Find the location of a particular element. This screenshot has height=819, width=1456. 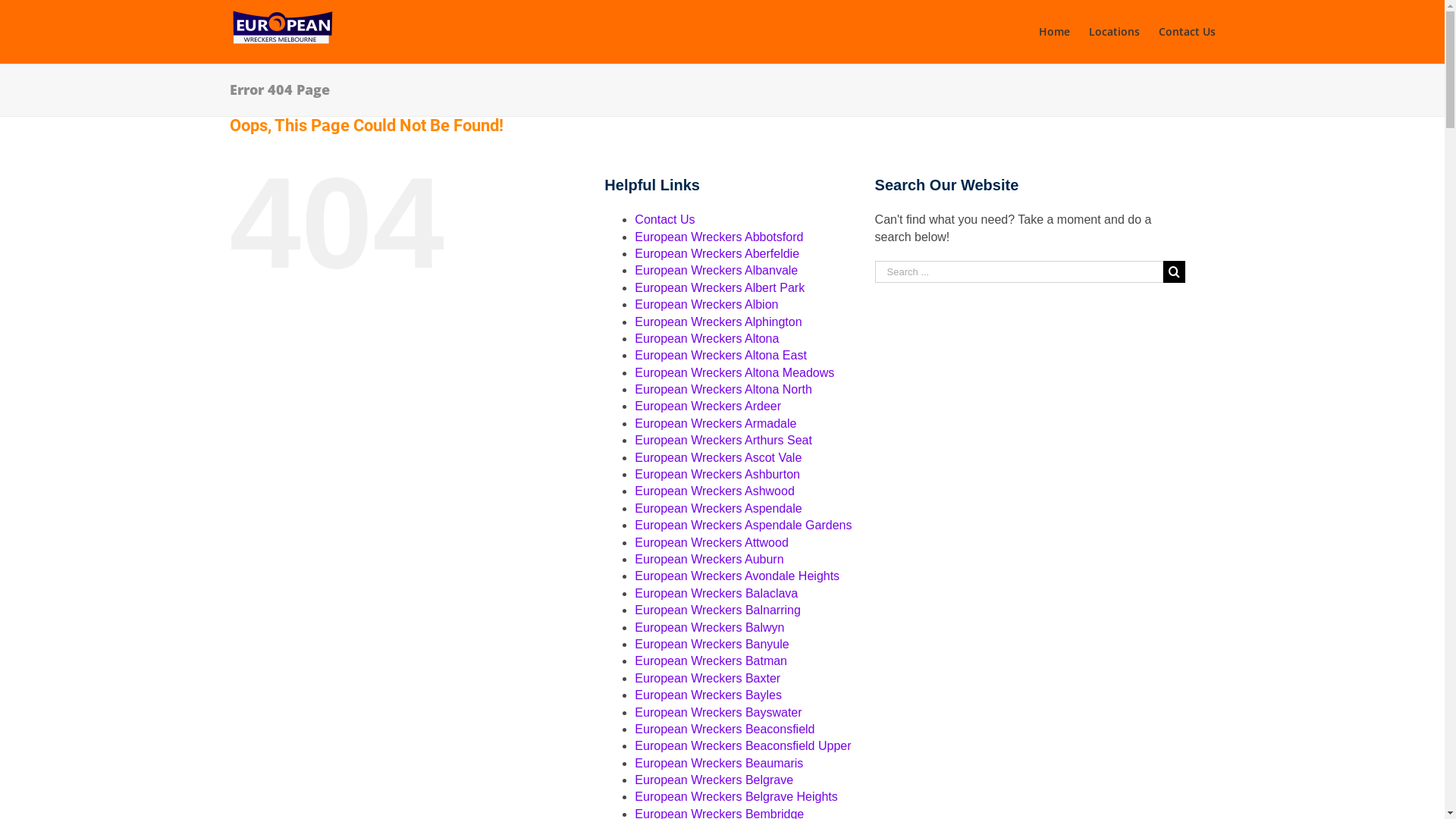

'Contact Us' is located at coordinates (634, 219).